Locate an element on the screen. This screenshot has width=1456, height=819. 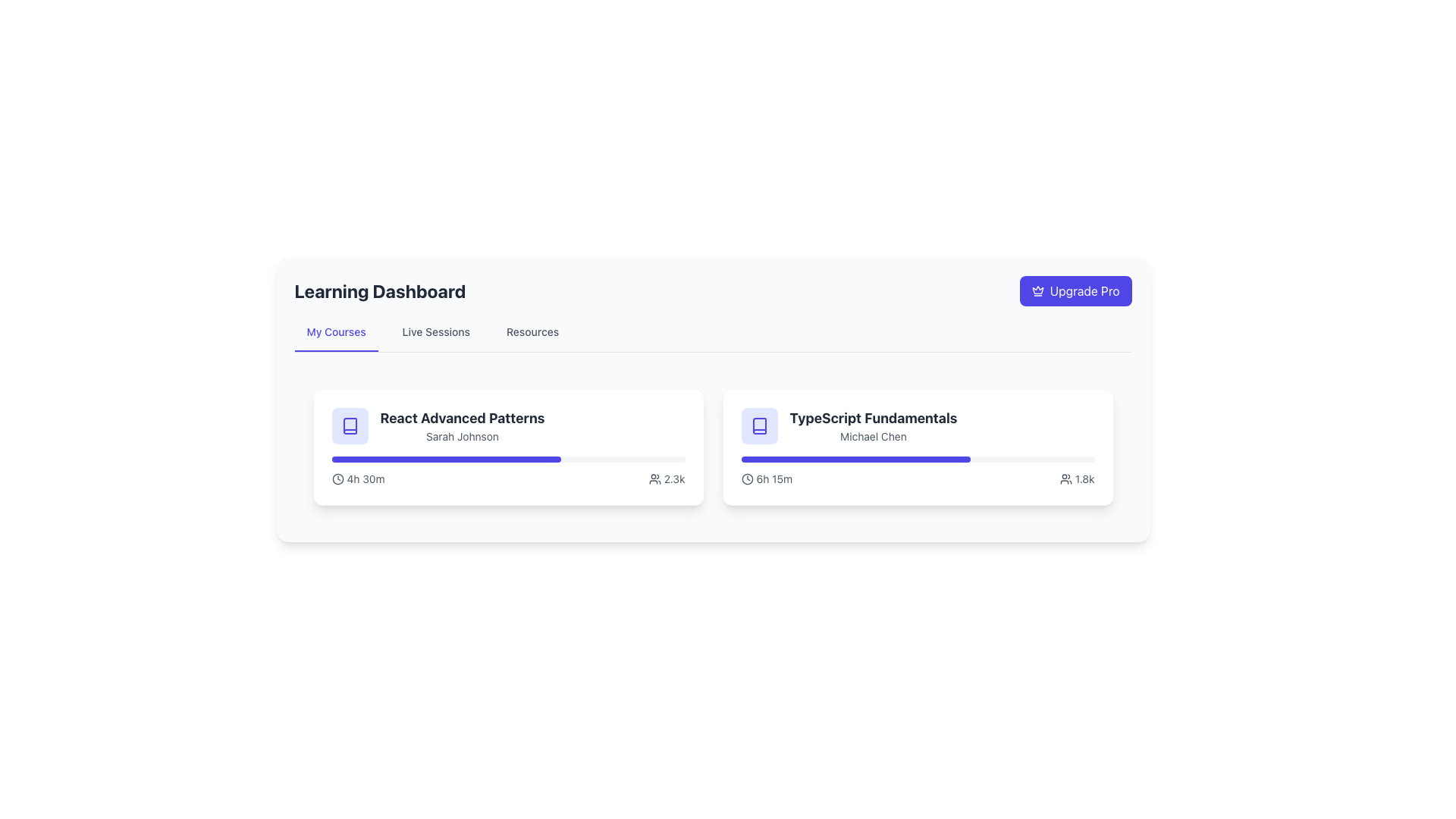
the text content of the label indicating the author or creator of the course 'TypeScript Fundamentals', positioned below the course title within the right content card on the dashboard is located at coordinates (874, 436).